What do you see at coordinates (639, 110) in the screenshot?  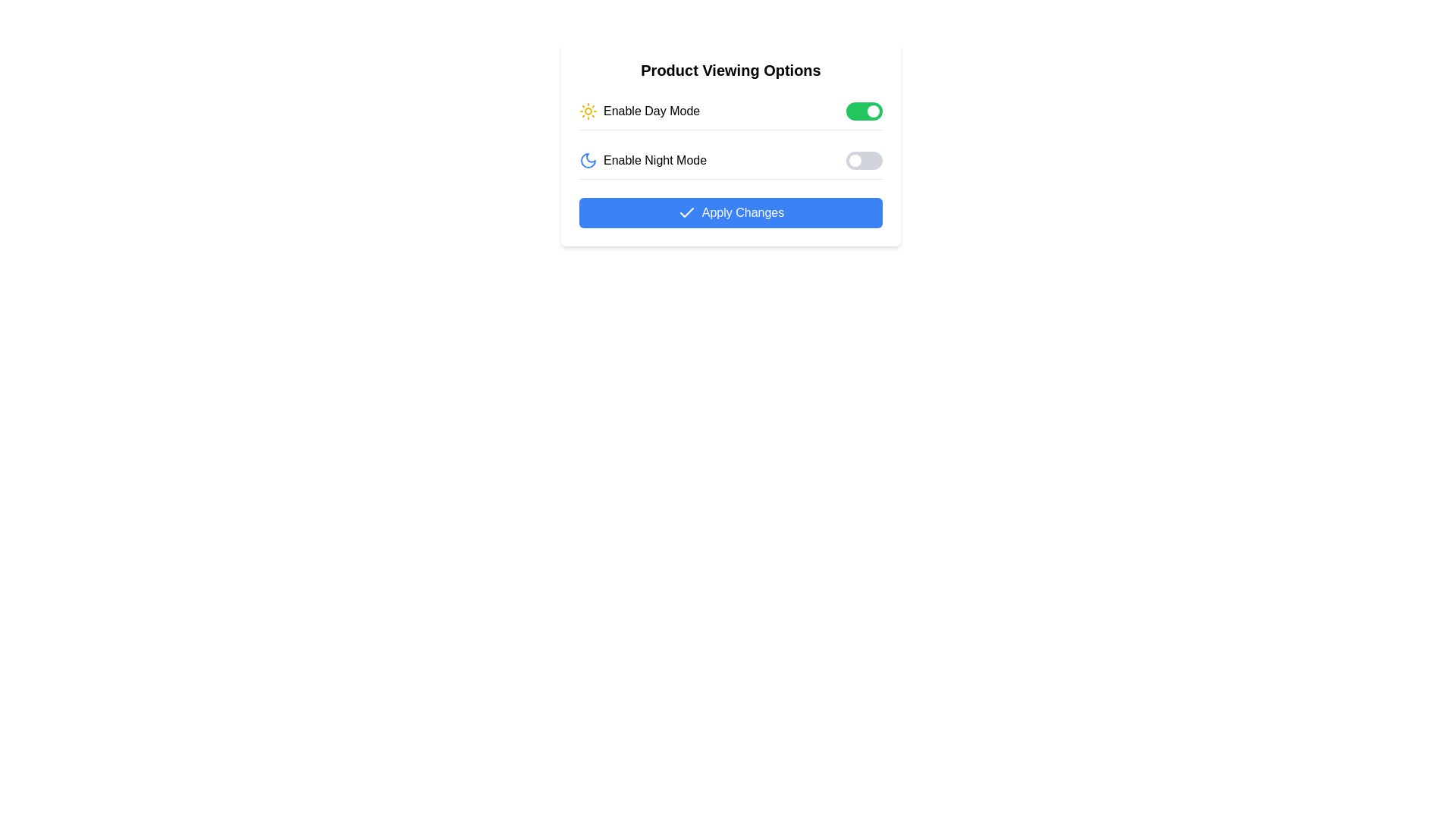 I see `the informative label for the toggle switch that activates day mode, which is positioned to the left of the toggle switch in the 'Product Viewing Options' section` at bounding box center [639, 110].